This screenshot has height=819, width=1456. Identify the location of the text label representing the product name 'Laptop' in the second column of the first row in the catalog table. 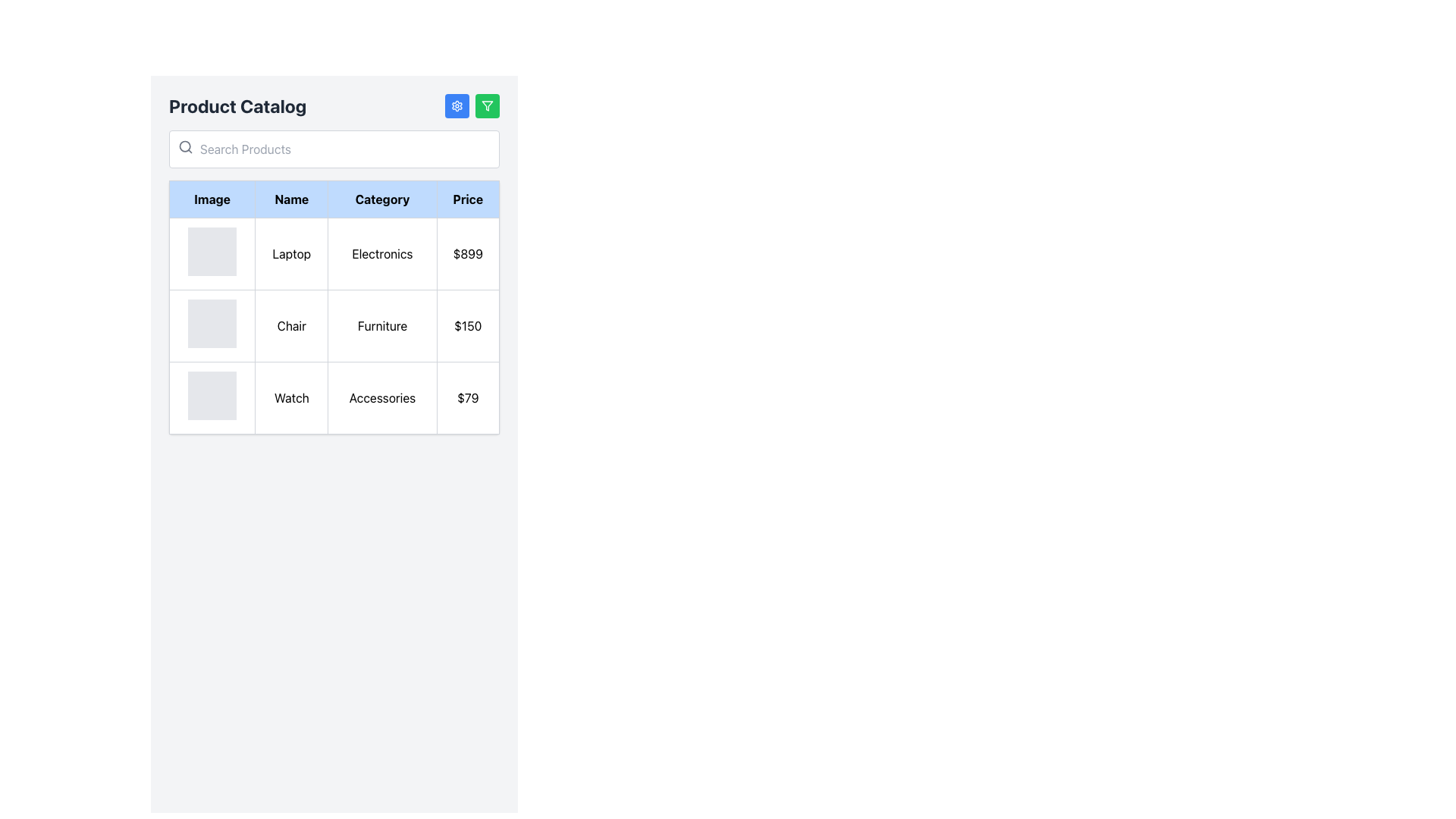
(291, 253).